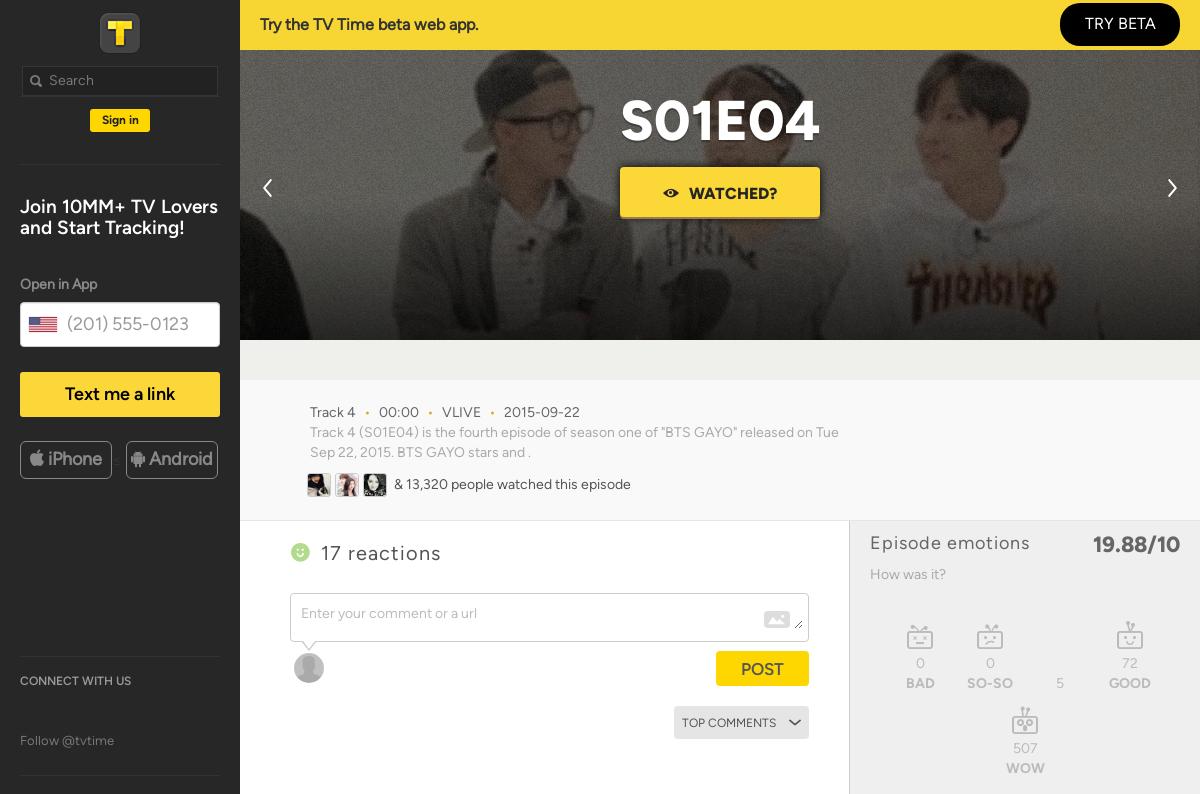 The height and width of the screenshot is (794, 1200). Describe the element at coordinates (75, 457) in the screenshot. I see `'iPhone'` at that location.